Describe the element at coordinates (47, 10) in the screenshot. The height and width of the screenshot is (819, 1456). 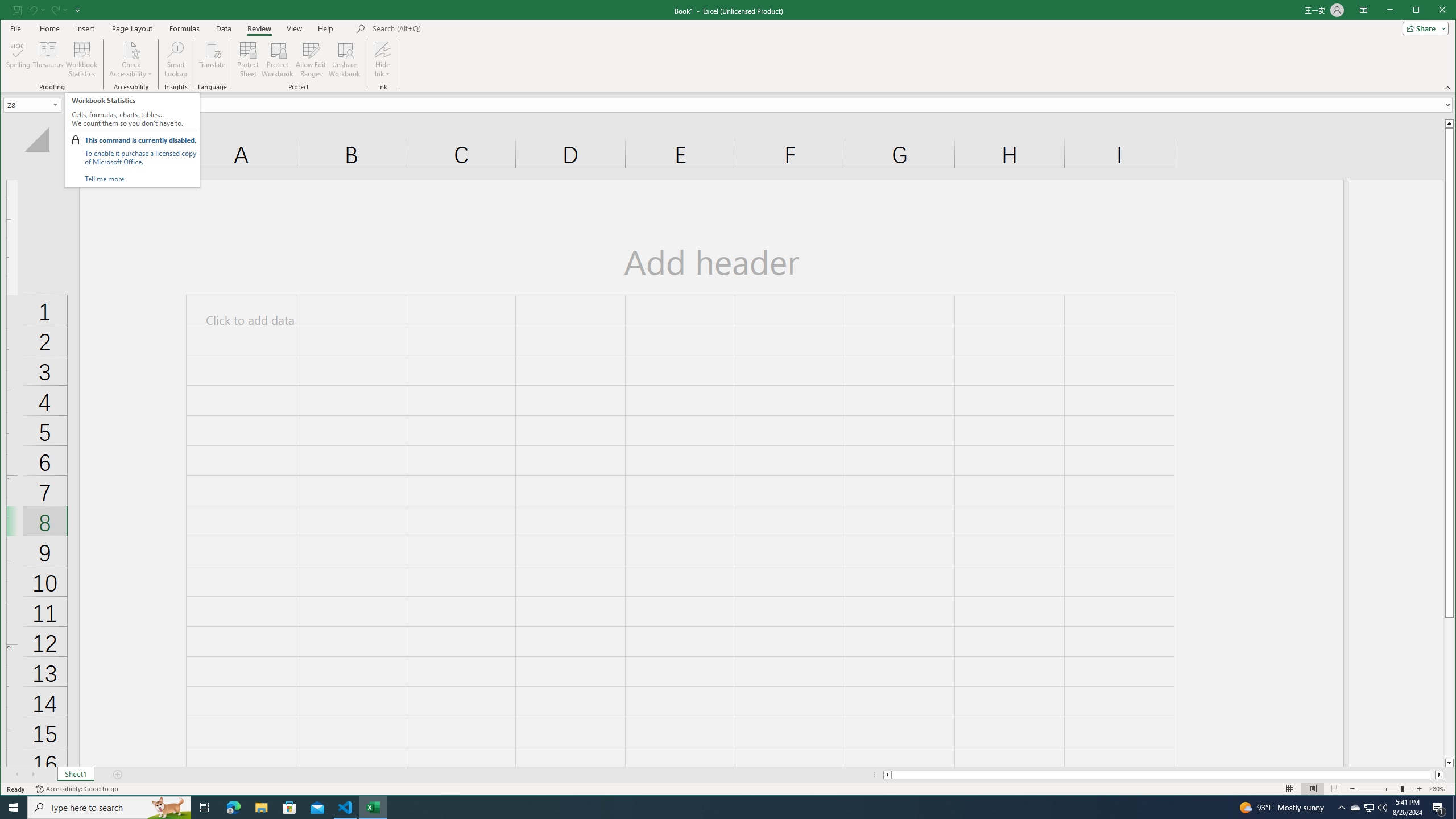
I see `'Quick Access Toolbar'` at that location.